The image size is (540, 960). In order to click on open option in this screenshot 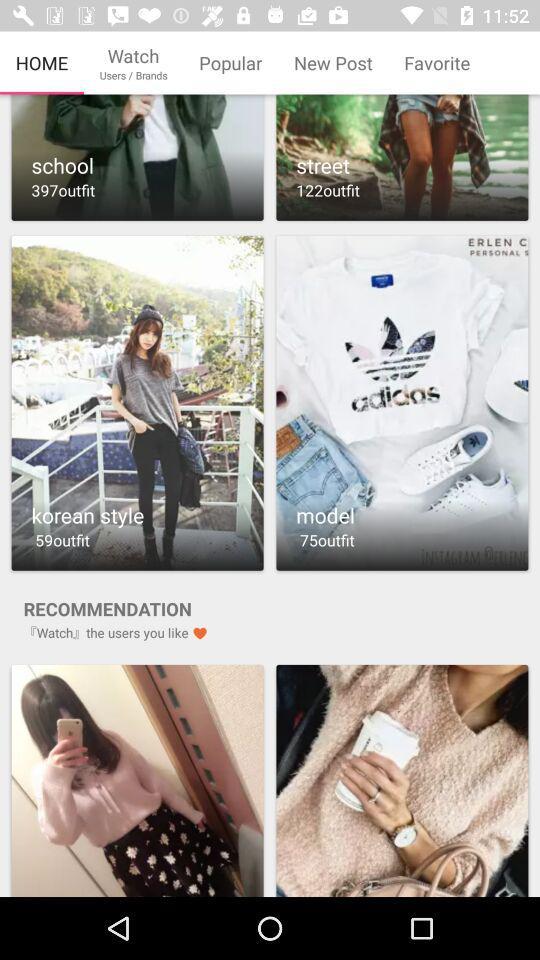, I will do `click(402, 402)`.